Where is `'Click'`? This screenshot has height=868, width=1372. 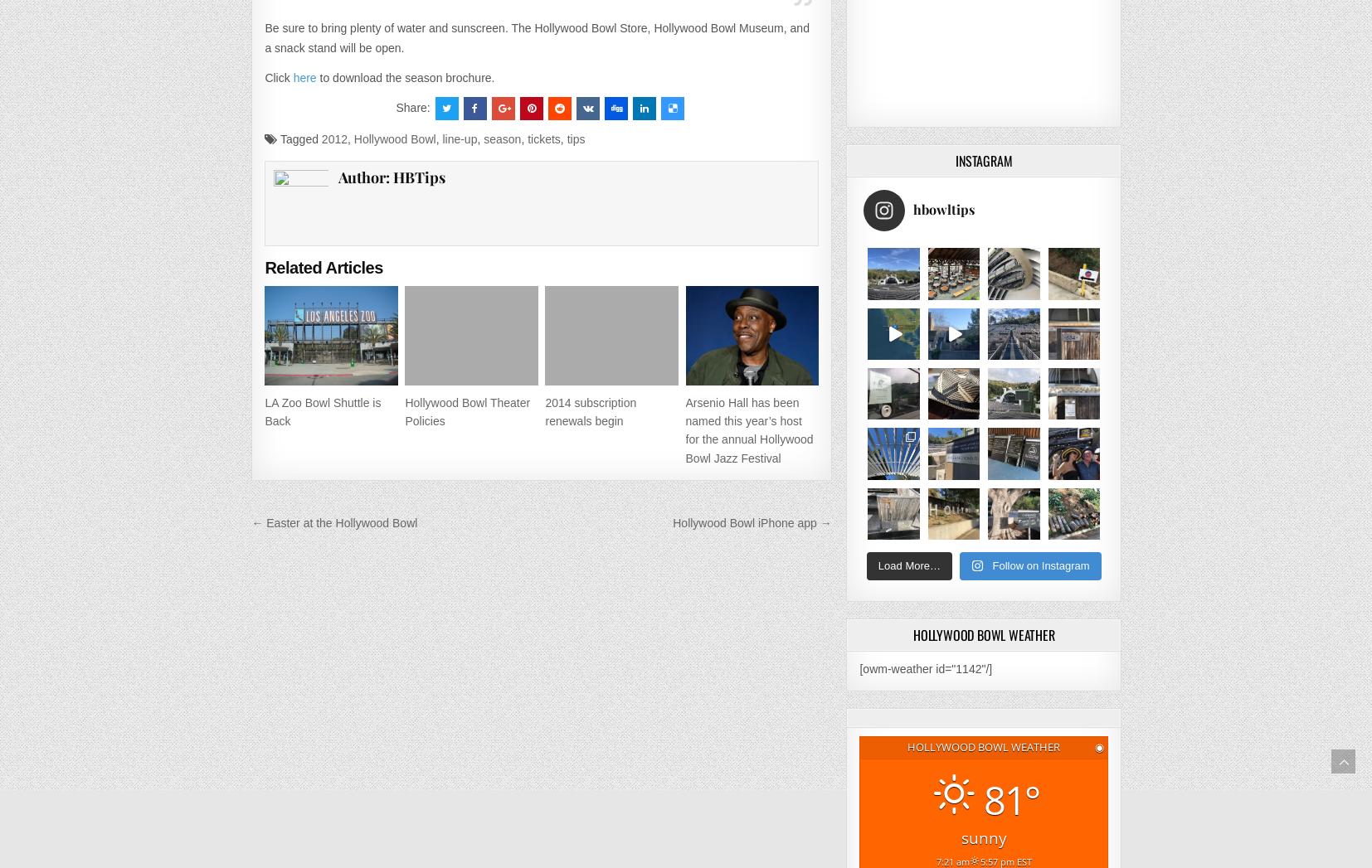
'Click' is located at coordinates (264, 76).